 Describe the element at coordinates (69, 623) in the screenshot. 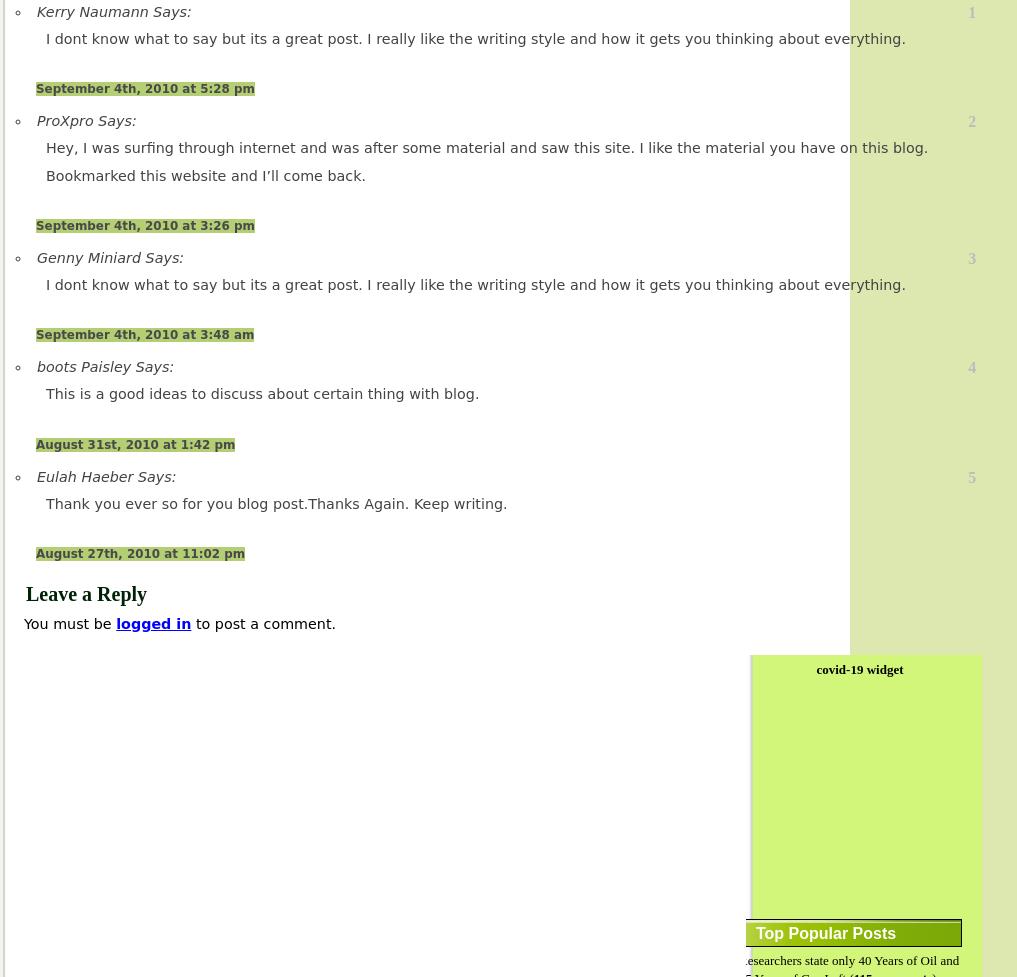

I see `'You must be'` at that location.